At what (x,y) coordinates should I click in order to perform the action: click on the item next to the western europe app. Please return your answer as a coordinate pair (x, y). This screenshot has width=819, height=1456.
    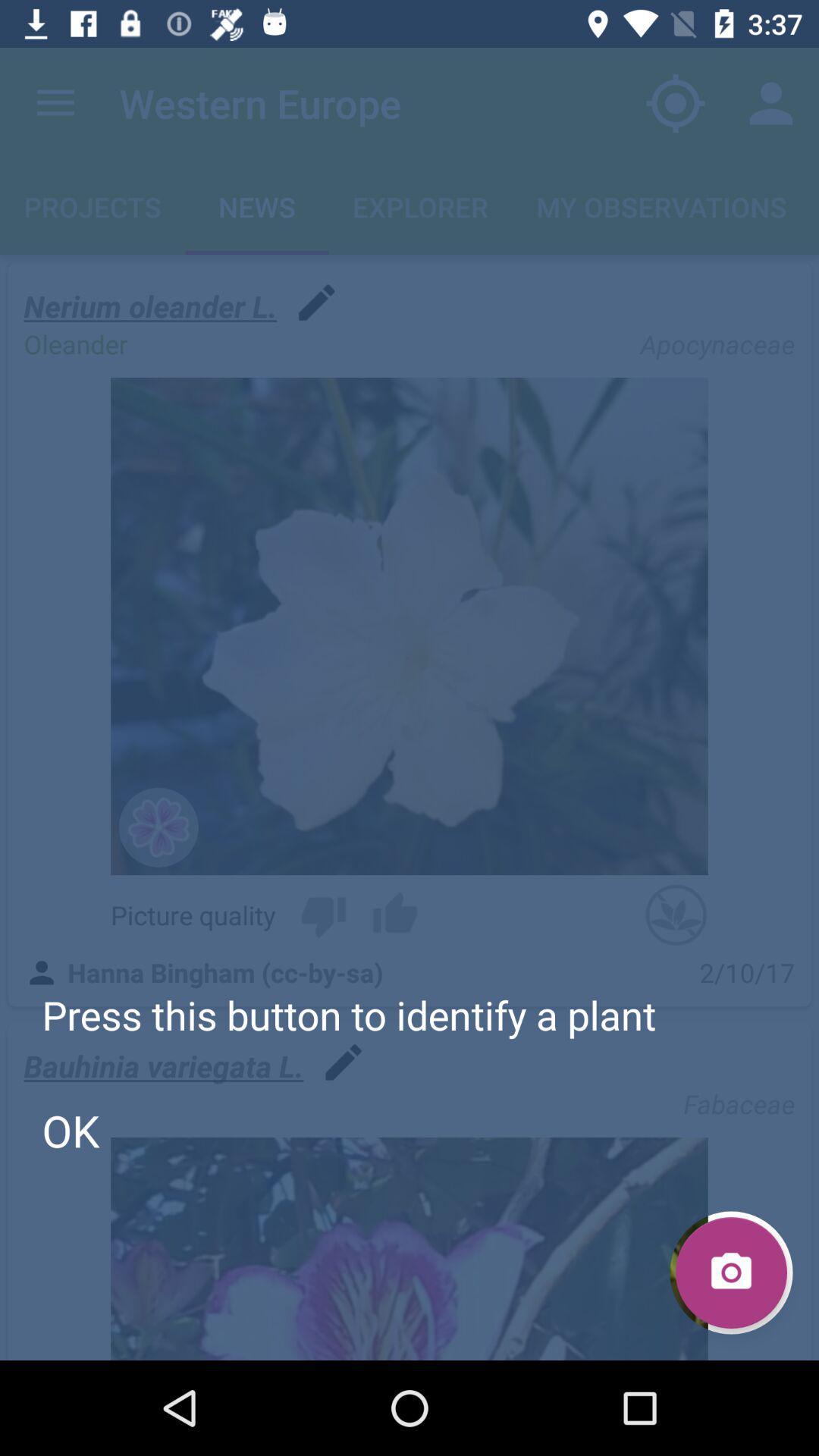
    Looking at the image, I should click on (55, 102).